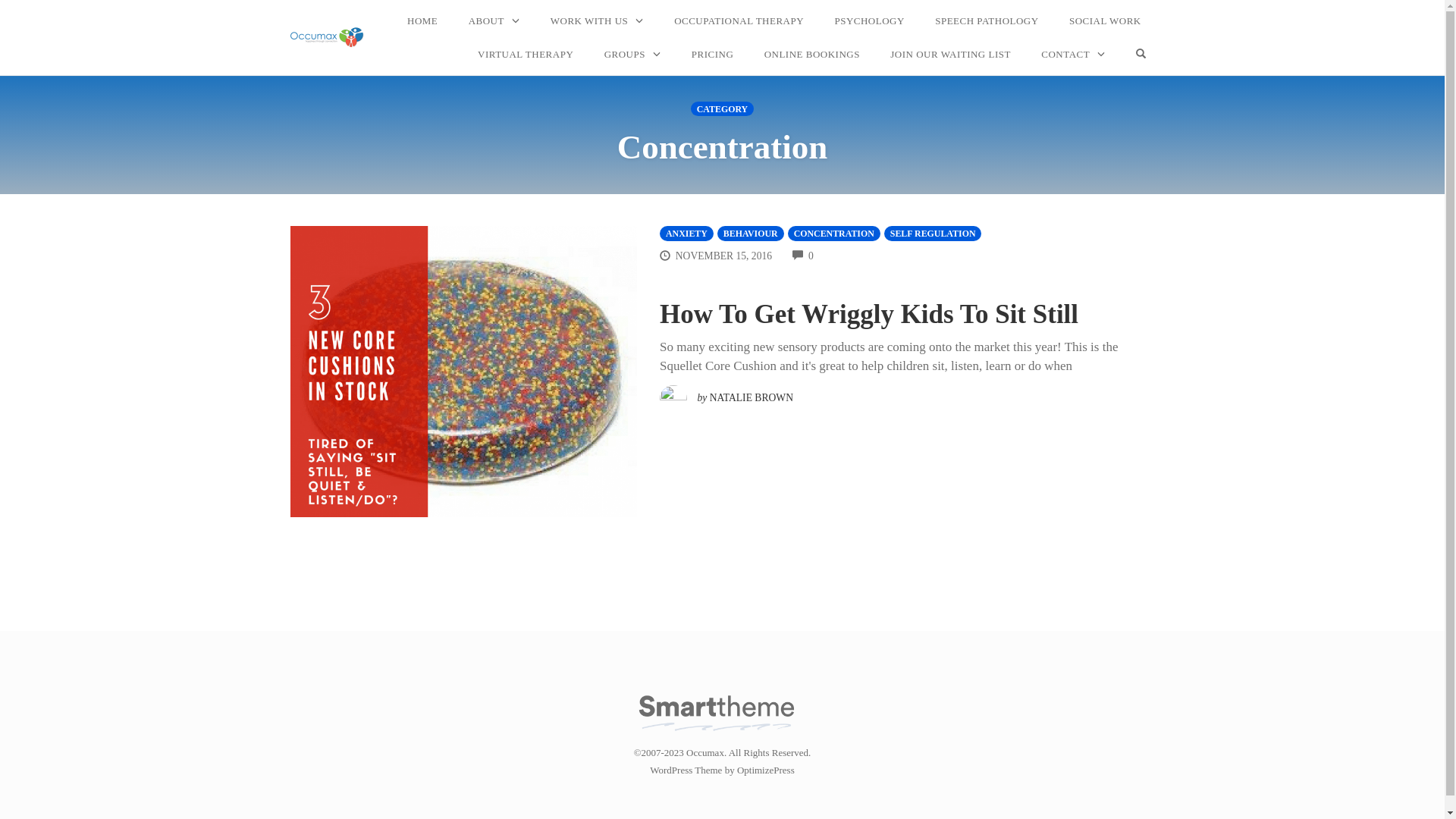 This screenshot has width=1456, height=819. Describe the element at coordinates (833, 233) in the screenshot. I see `'CONCENTRATION'` at that location.